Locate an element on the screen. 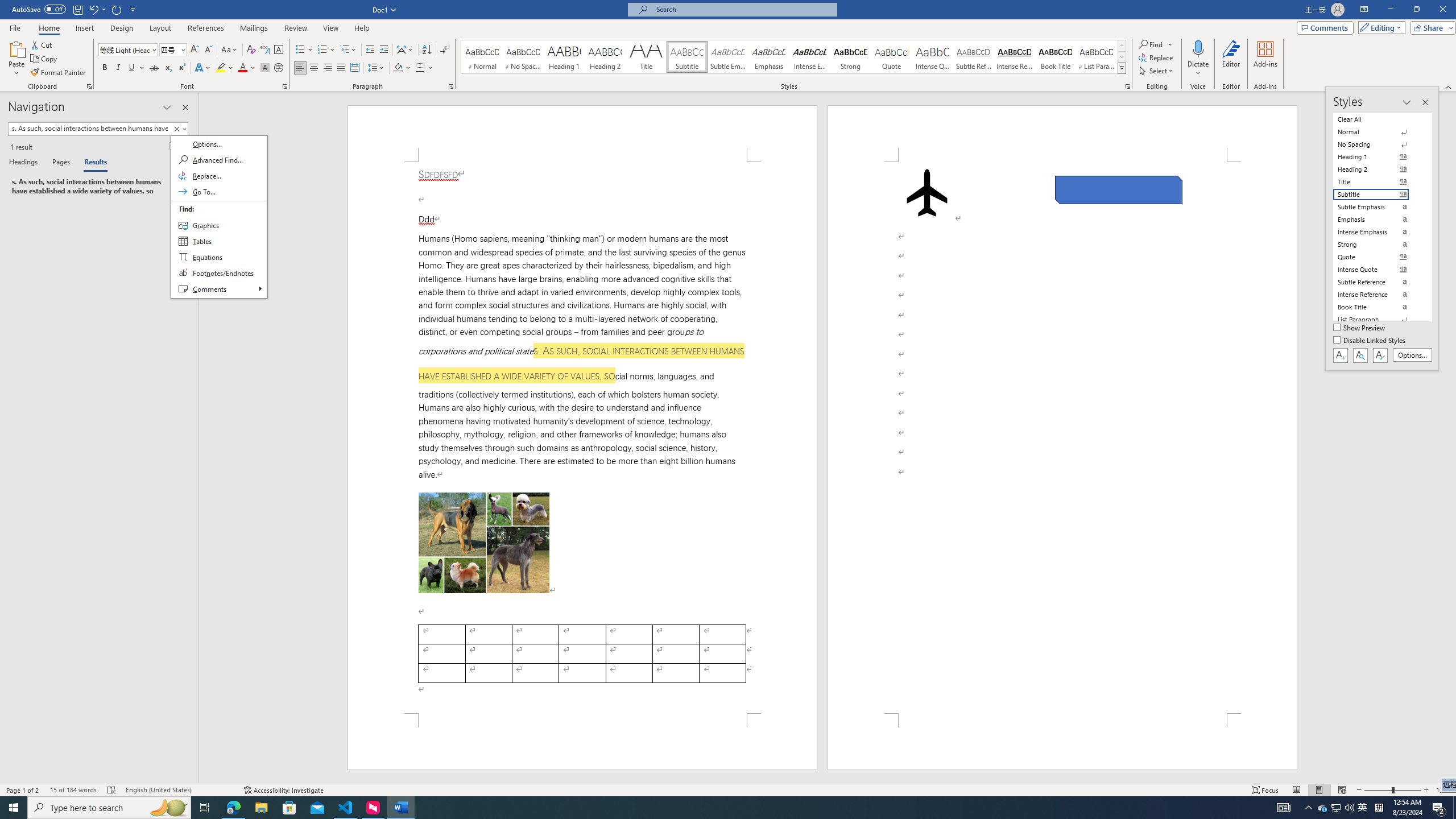 This screenshot has width=1456, height=819. 'Multilevel List' is located at coordinates (348, 49).